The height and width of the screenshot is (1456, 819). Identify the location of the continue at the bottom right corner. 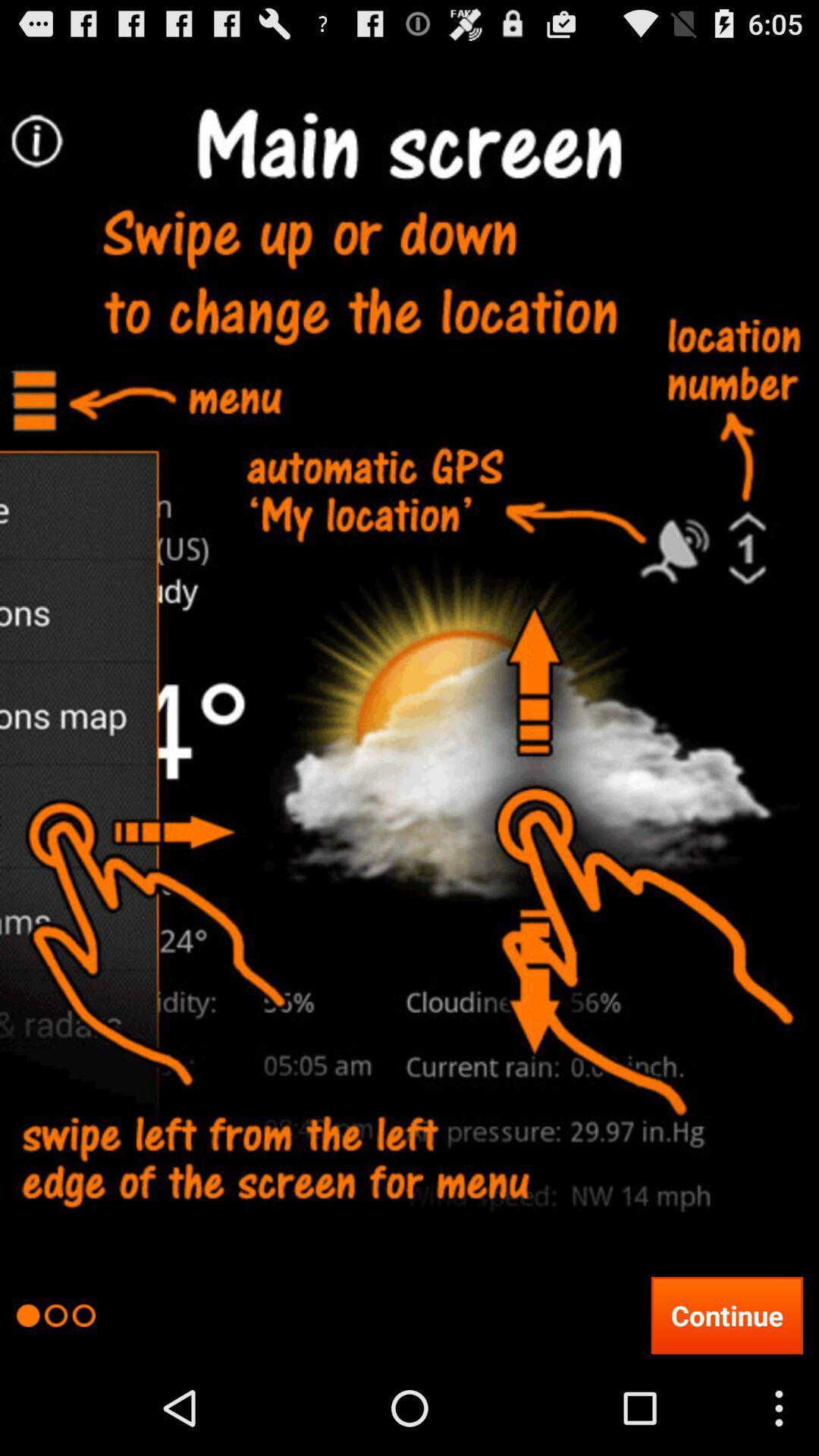
(726, 1314).